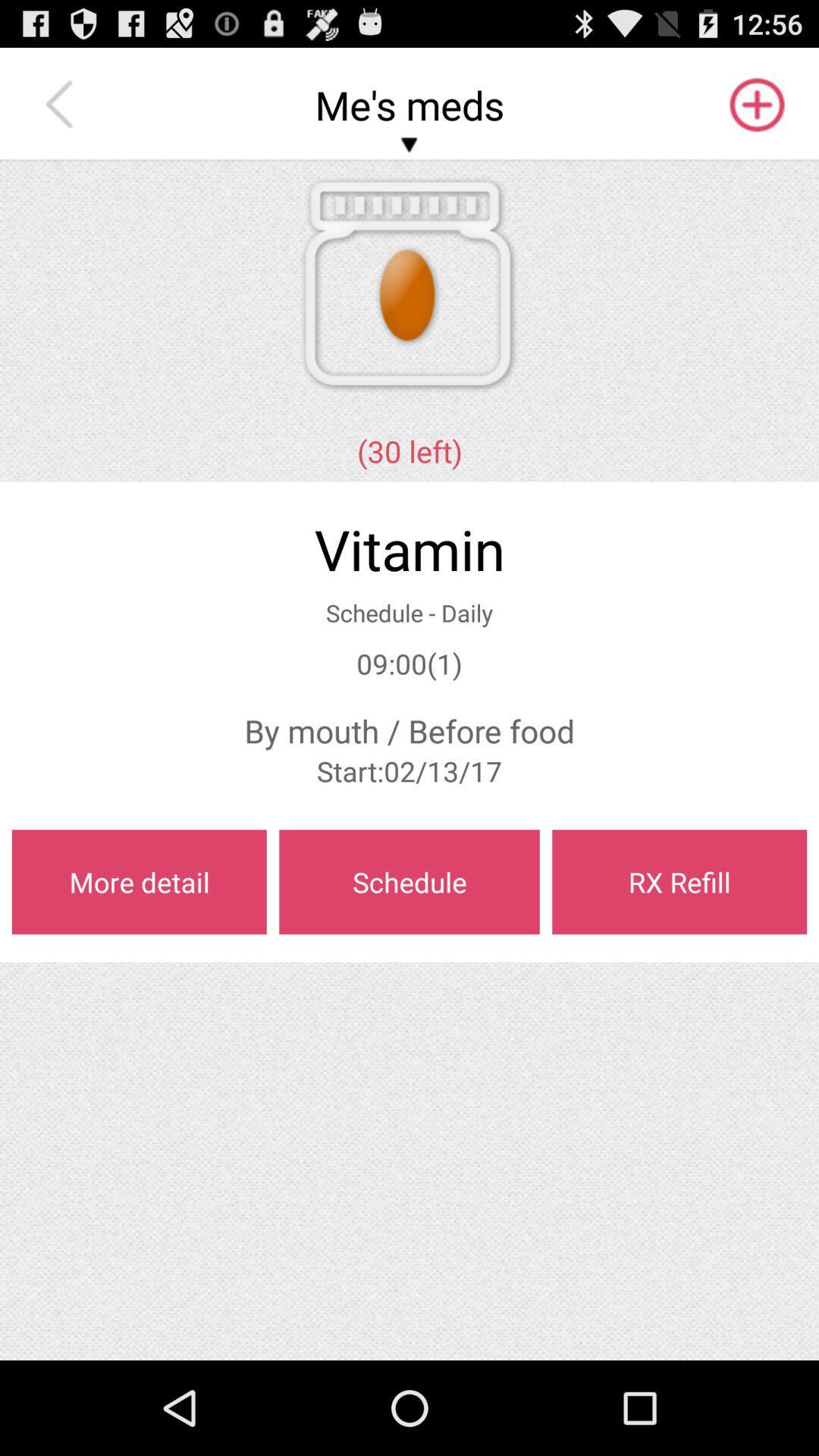 The width and height of the screenshot is (819, 1456). I want to click on the more detail on the left, so click(139, 882).